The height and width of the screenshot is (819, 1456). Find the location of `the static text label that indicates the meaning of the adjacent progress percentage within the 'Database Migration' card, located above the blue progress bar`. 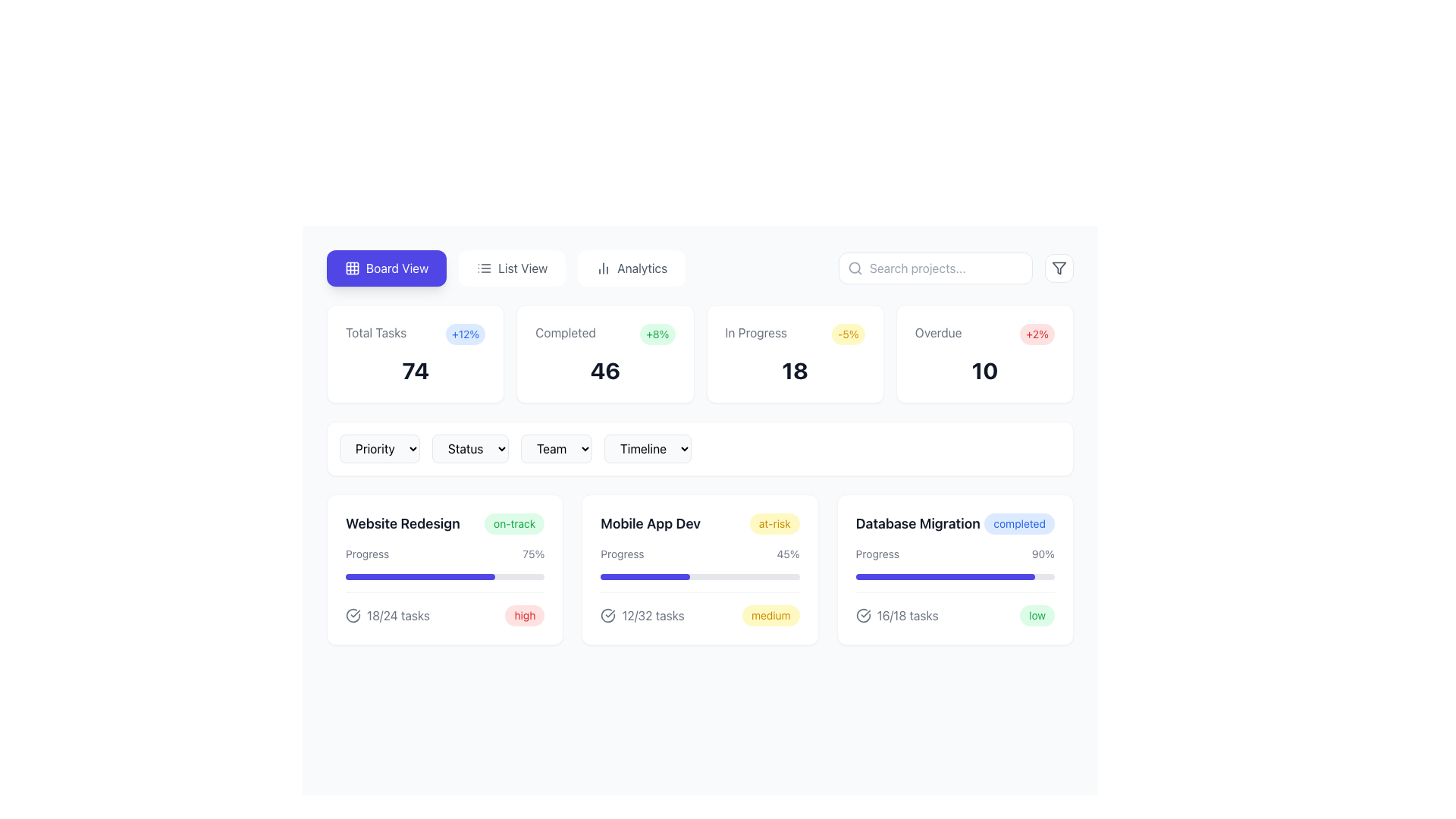

the static text label that indicates the meaning of the adjacent progress percentage within the 'Database Migration' card, located above the blue progress bar is located at coordinates (877, 554).